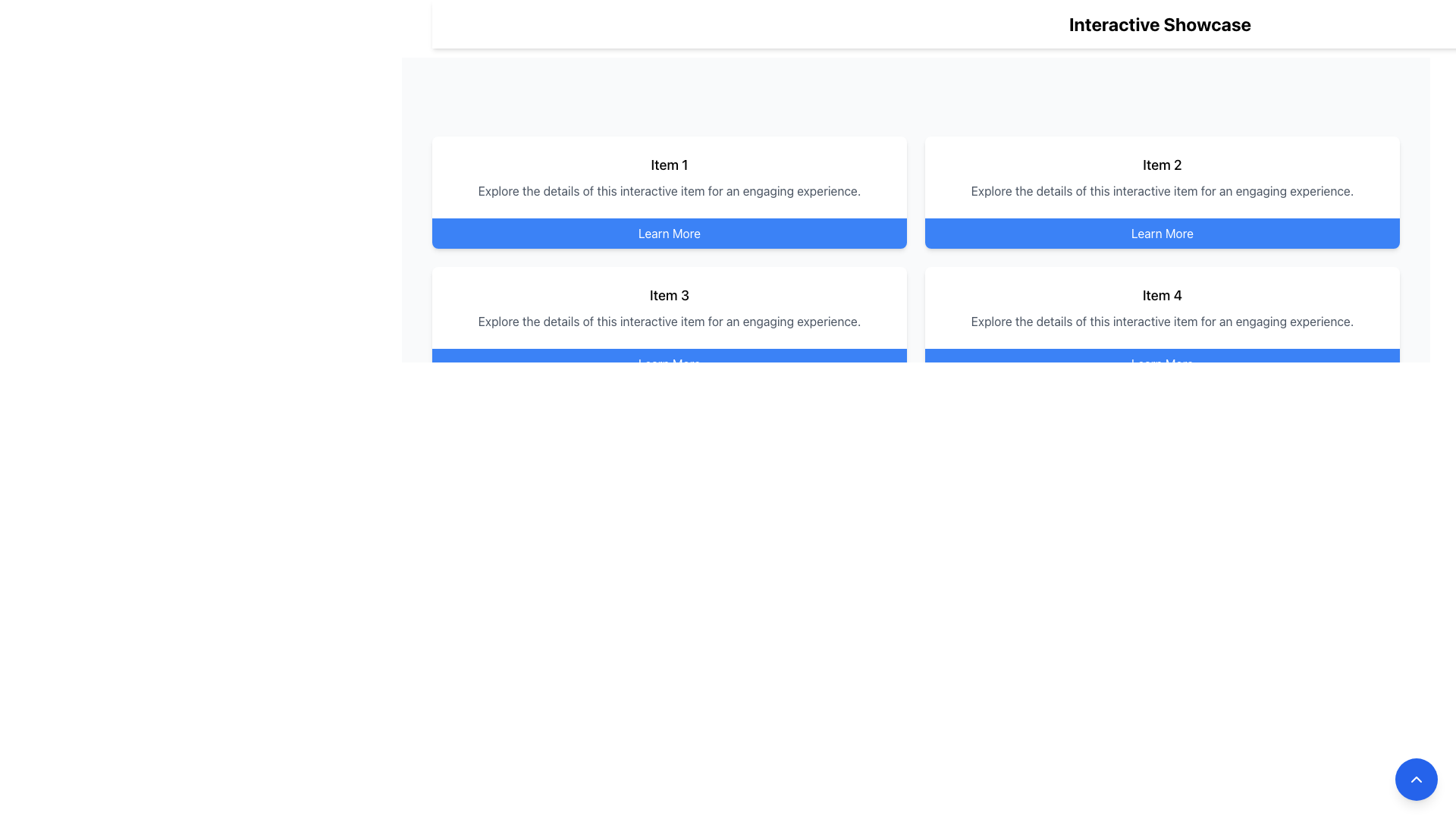 Image resolution: width=1456 pixels, height=819 pixels. I want to click on information displayed on the text label or header located at the center of the top-left card in the two-row grid layout, so click(669, 165).